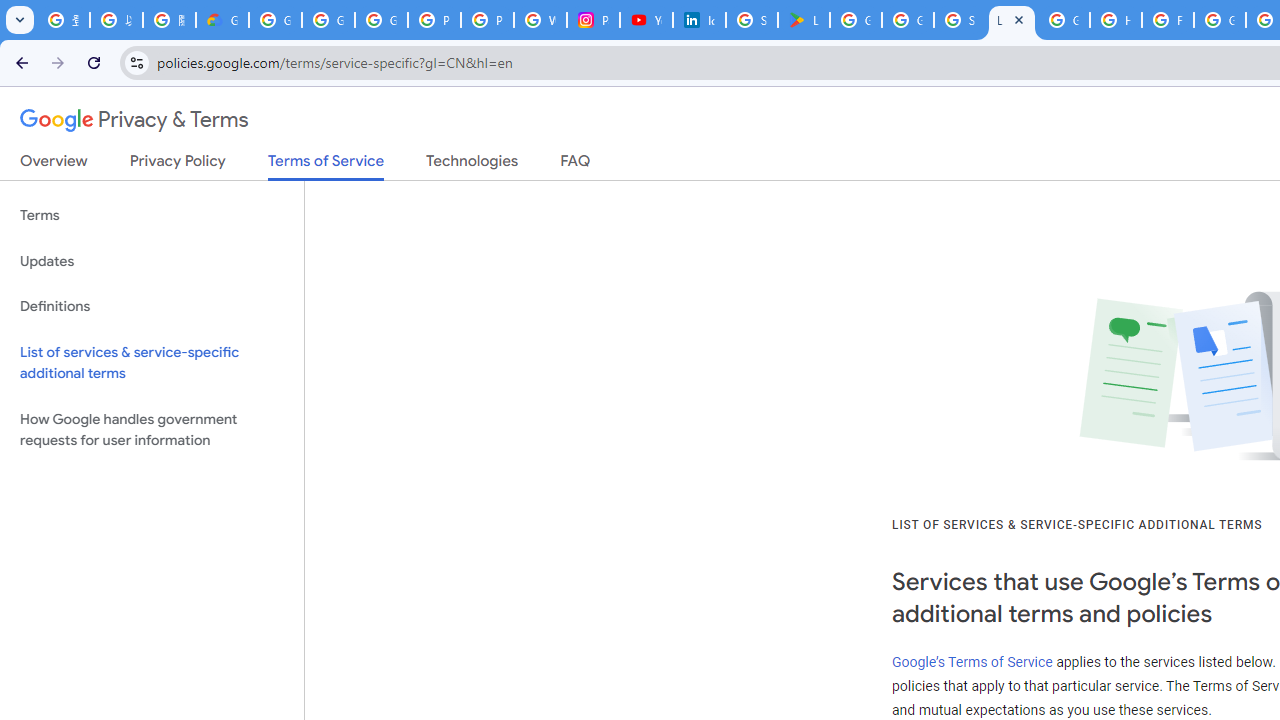 The height and width of the screenshot is (720, 1280). I want to click on 'Last Shelter: Survival - Apps on Google Play', so click(803, 20).